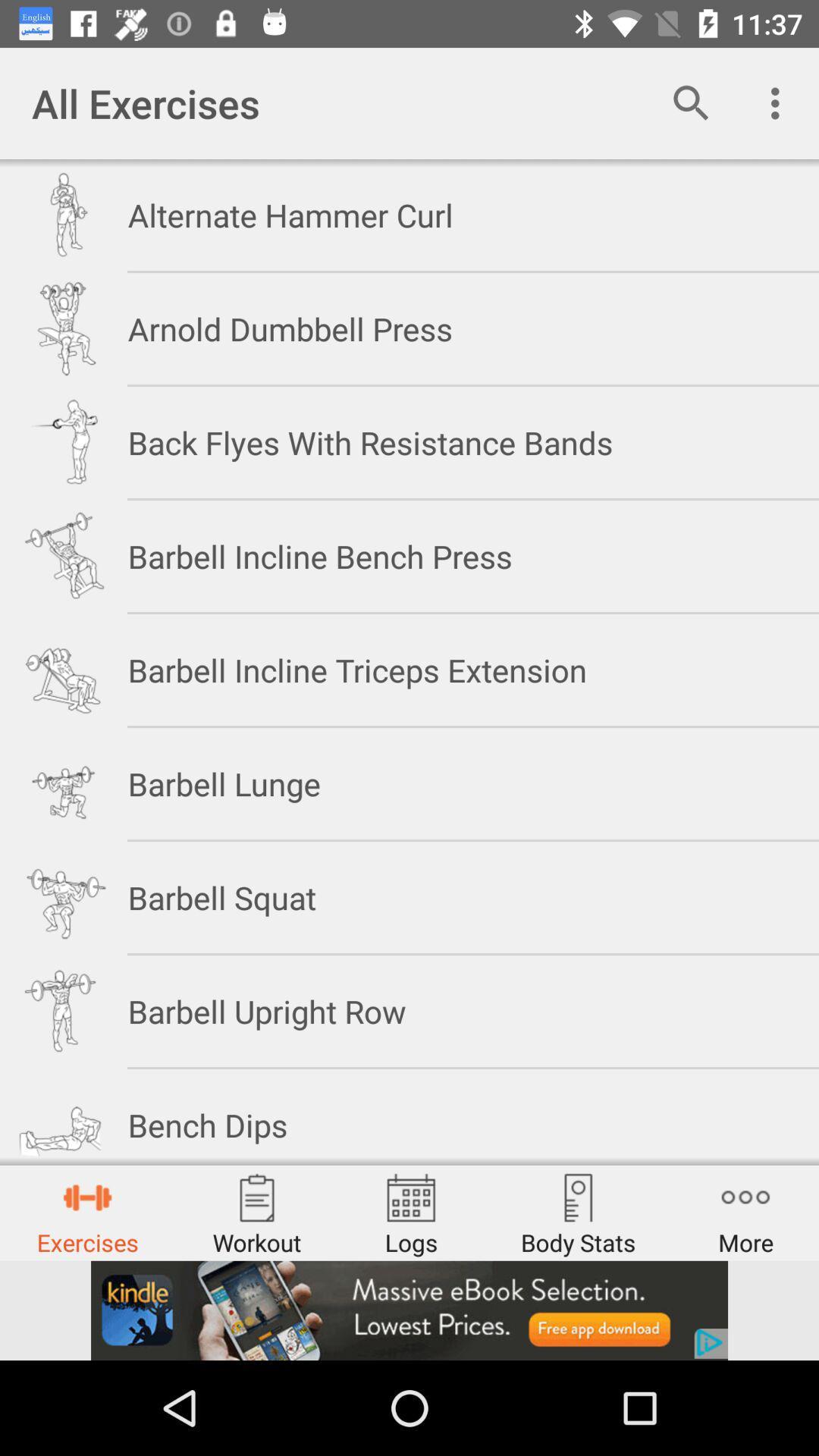  What do you see at coordinates (409, 1310) in the screenshot?
I see `the advertisement` at bounding box center [409, 1310].